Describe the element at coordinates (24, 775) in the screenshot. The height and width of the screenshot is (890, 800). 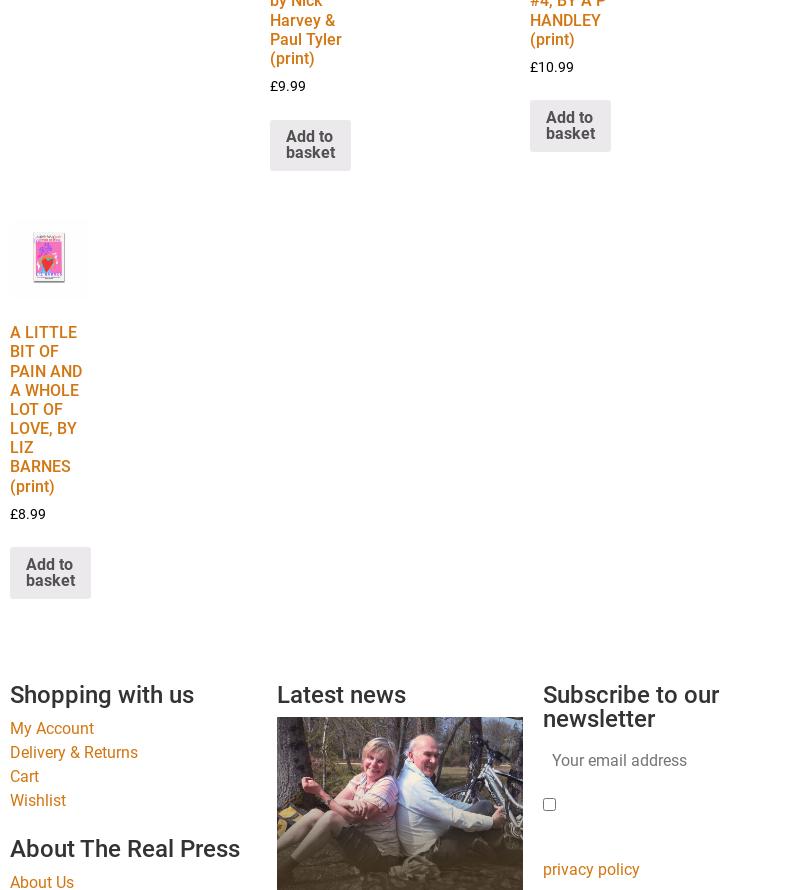
I see `'Cart'` at that location.